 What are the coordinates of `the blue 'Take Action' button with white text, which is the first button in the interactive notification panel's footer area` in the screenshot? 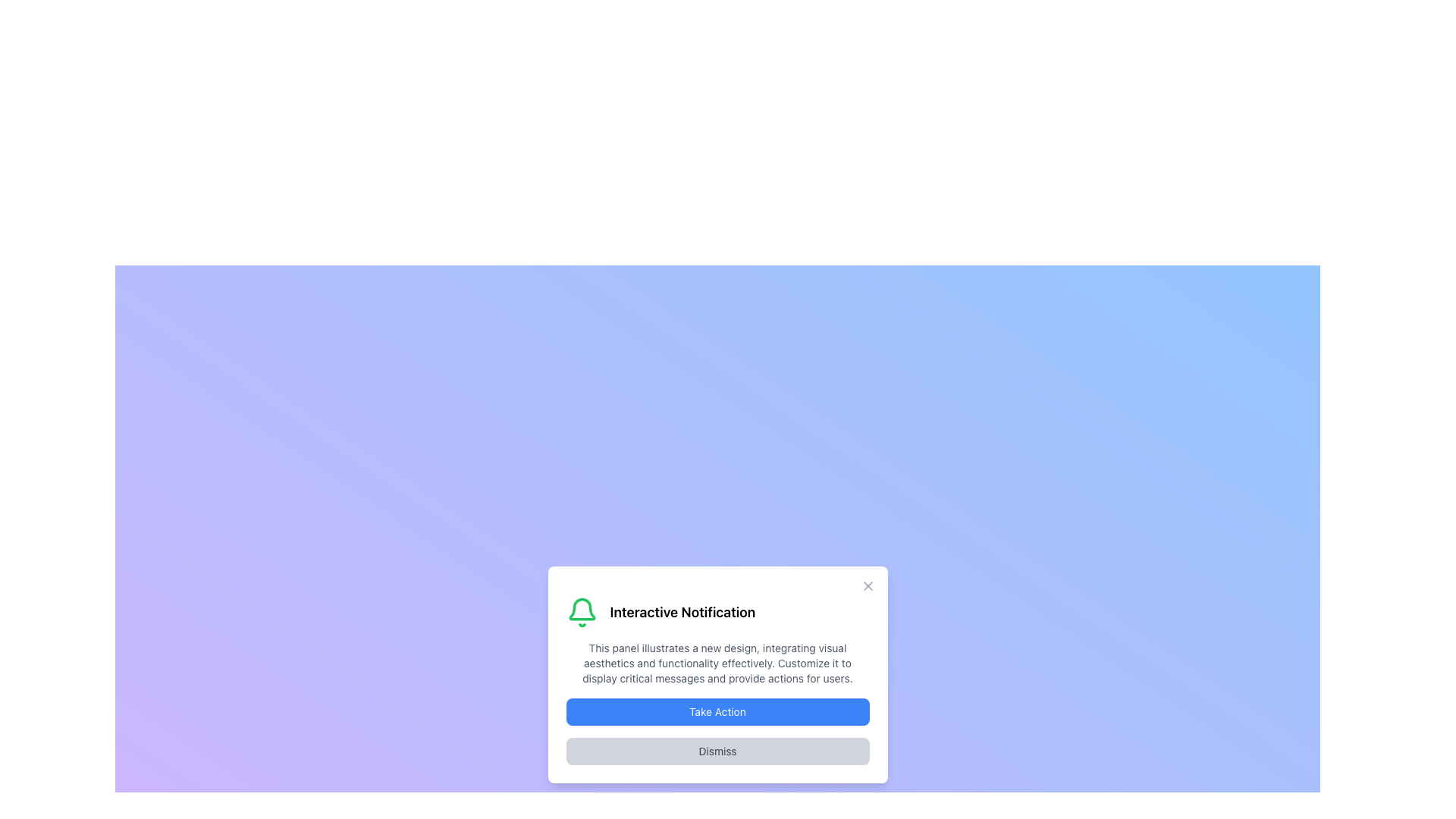 It's located at (717, 711).